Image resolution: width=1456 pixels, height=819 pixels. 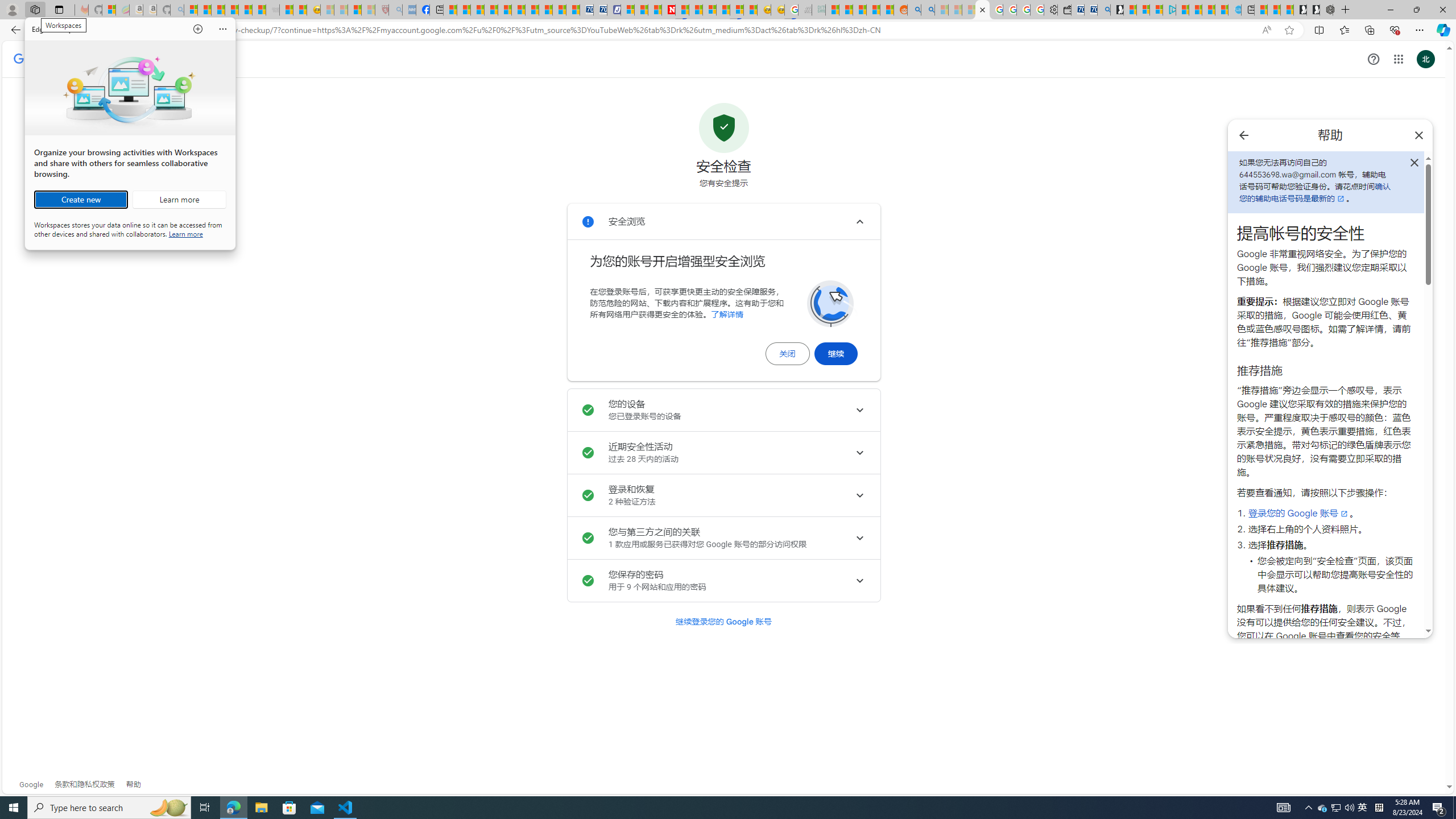 What do you see at coordinates (1454, 806) in the screenshot?
I see `'Show desktop'` at bounding box center [1454, 806].